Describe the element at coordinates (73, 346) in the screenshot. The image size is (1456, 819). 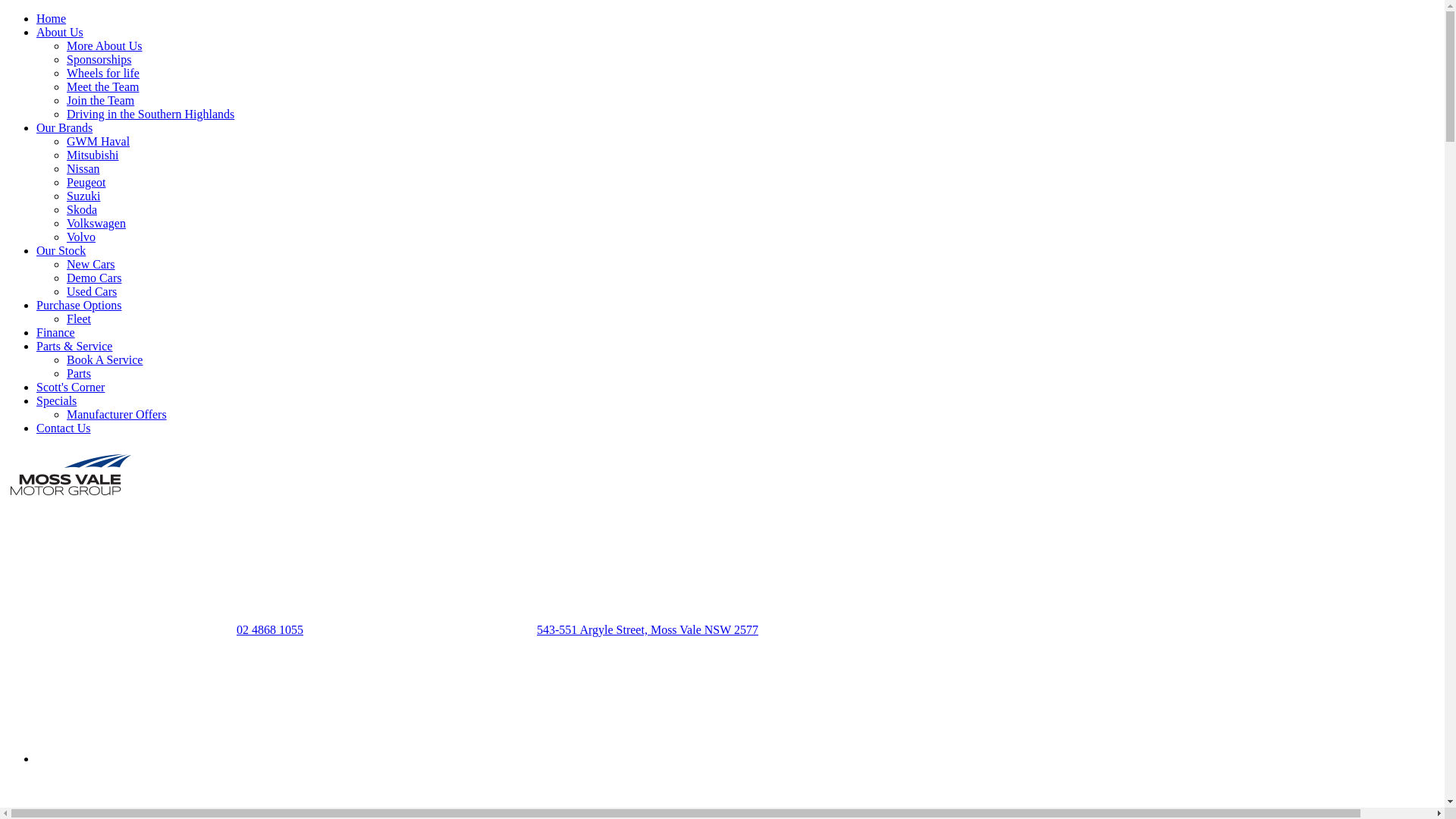
I see `'Parts & Service'` at that location.